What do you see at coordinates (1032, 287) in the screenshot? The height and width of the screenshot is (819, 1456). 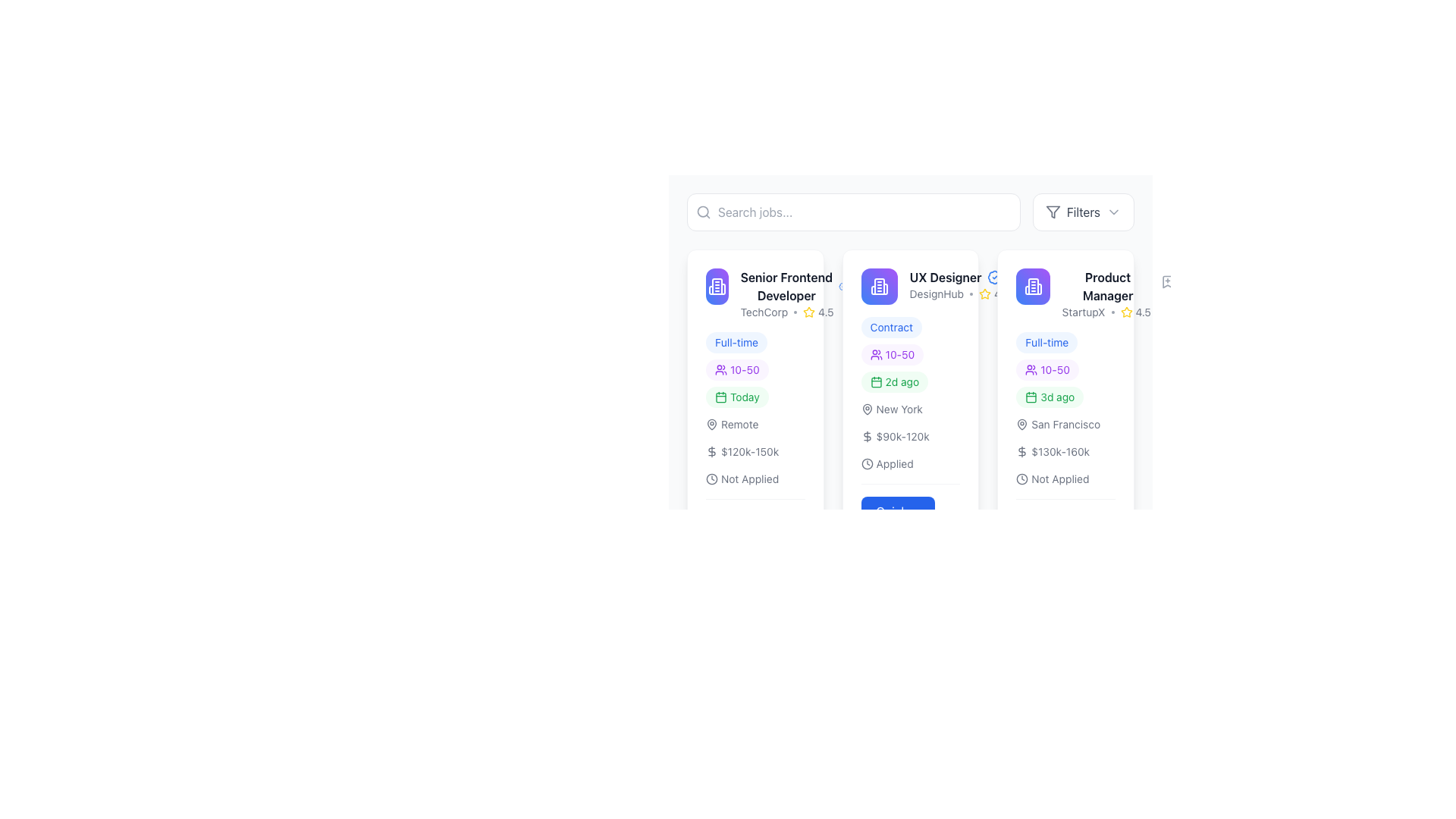 I see `the small building outline icon with a gradient background located at the top-left corner of the middle card in the interface` at bounding box center [1032, 287].